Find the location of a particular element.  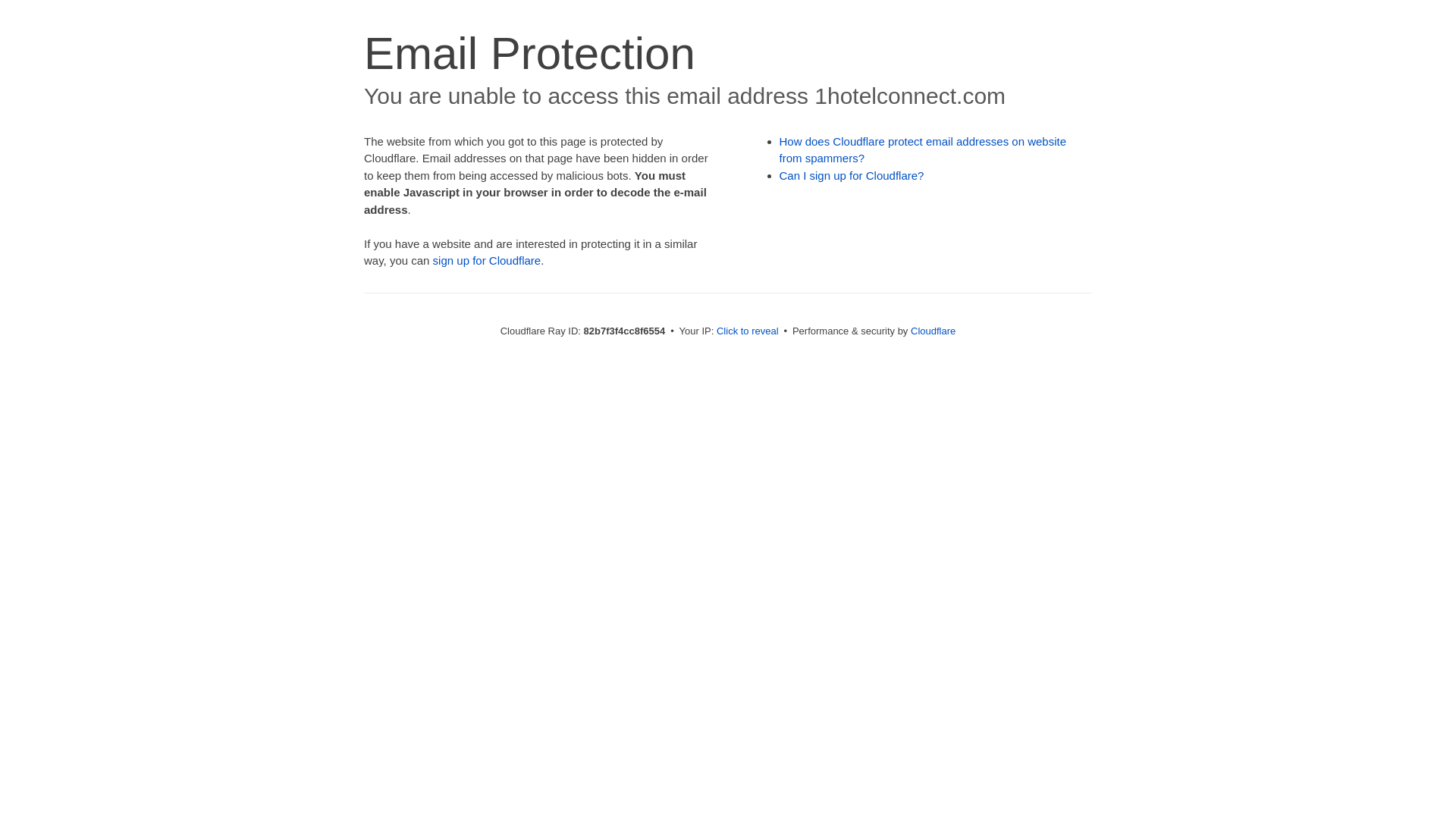

'Can I sign up for Cloudflare?' is located at coordinates (852, 174).